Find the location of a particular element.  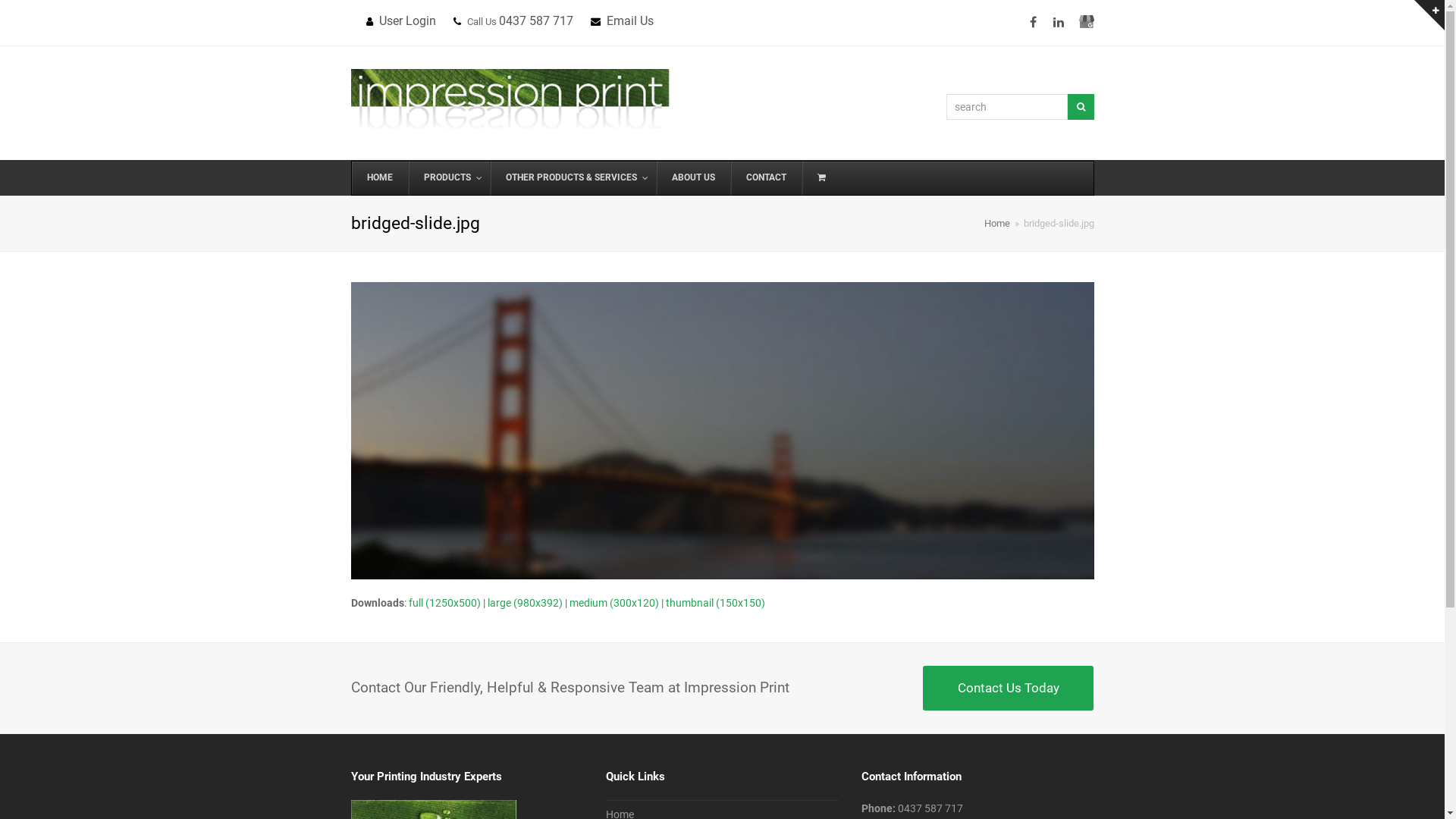

'Facebook' is located at coordinates (1032, 23).